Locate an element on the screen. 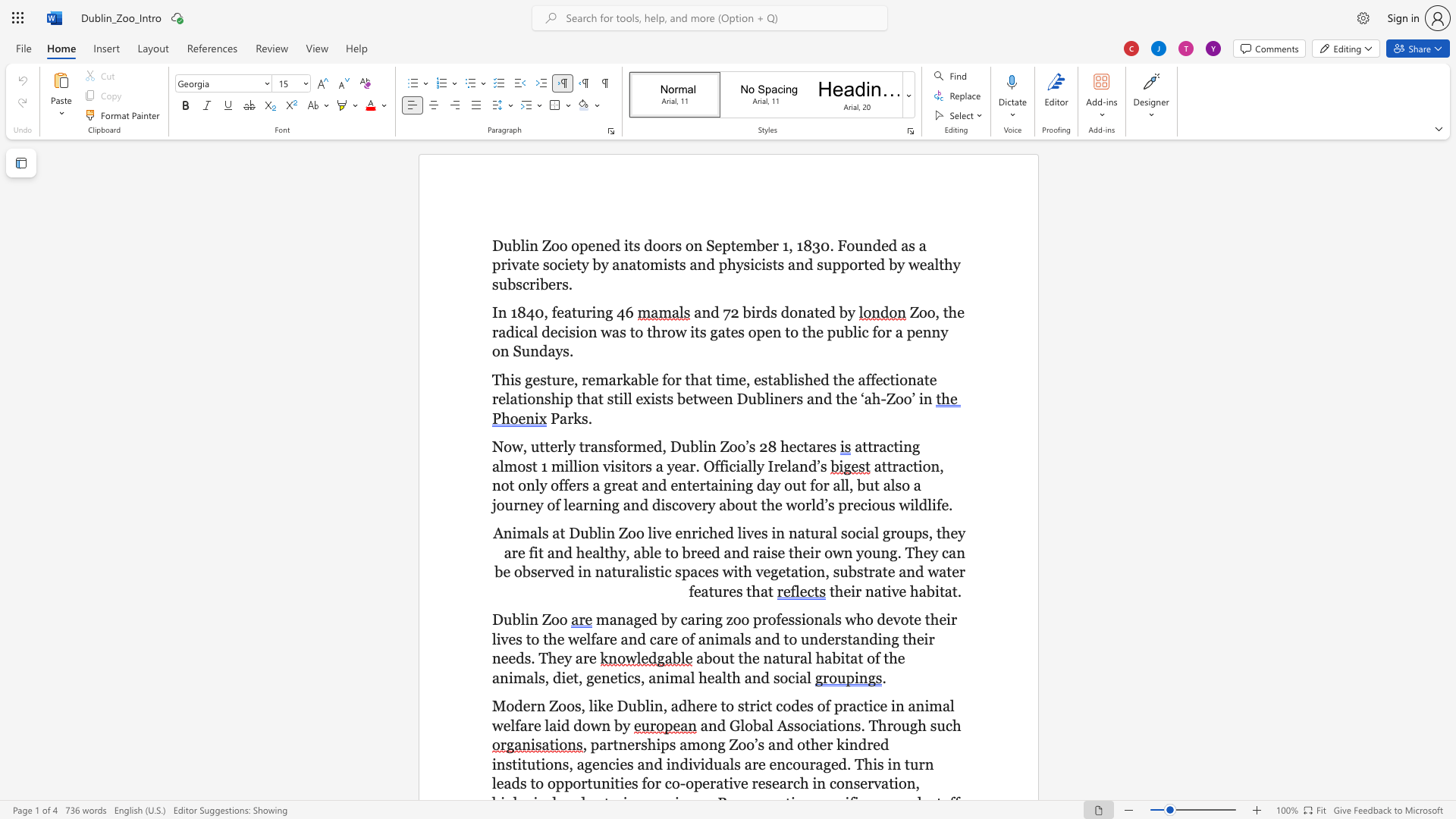 The height and width of the screenshot is (819, 1456). the 1th character "y" in the text is located at coordinates (570, 446).